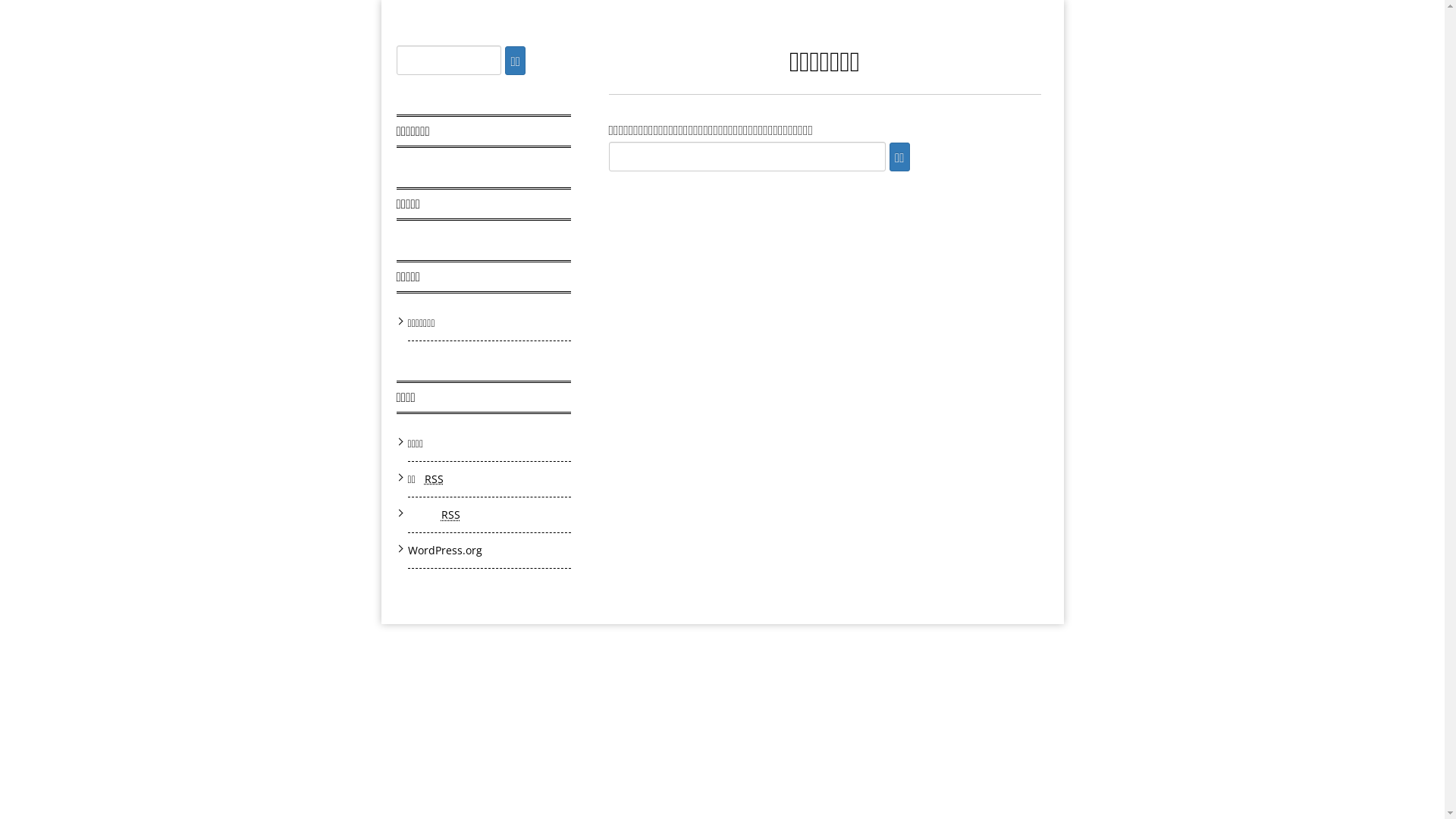  What do you see at coordinates (407, 550) in the screenshot?
I see `'WordPress.org'` at bounding box center [407, 550].